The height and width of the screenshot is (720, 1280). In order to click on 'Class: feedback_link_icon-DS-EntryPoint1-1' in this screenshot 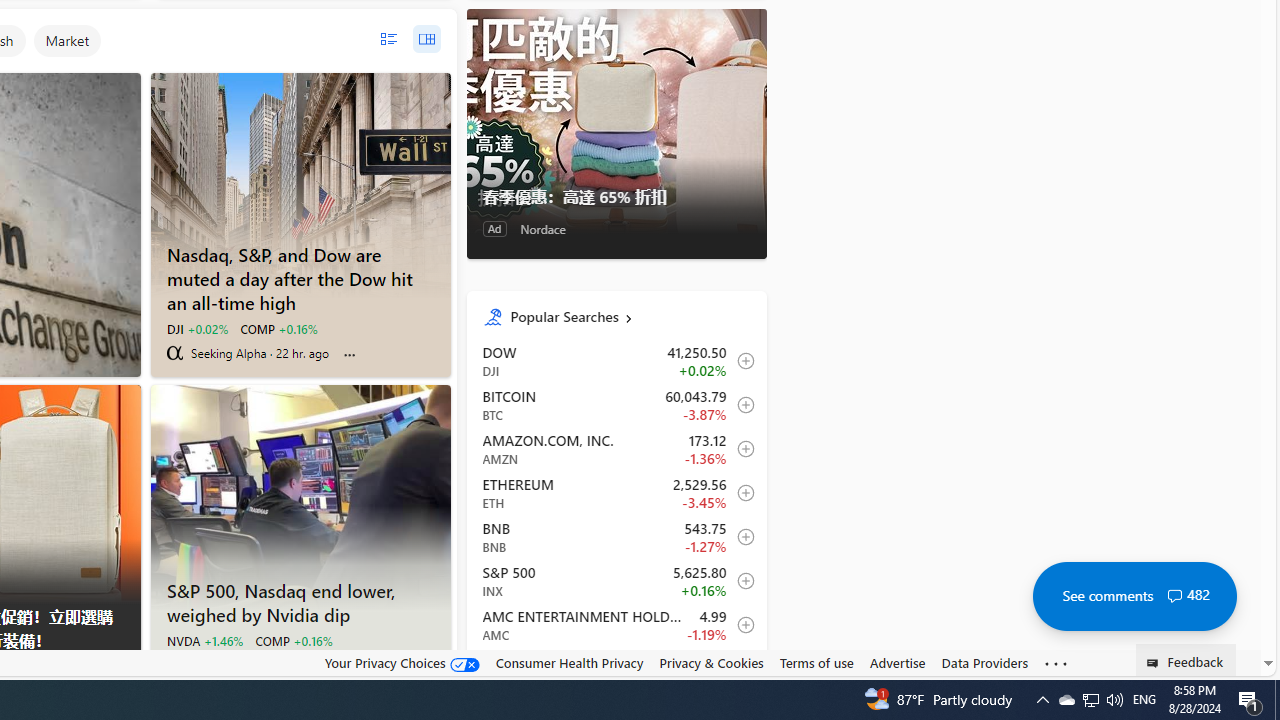, I will do `click(1156, 663)`.